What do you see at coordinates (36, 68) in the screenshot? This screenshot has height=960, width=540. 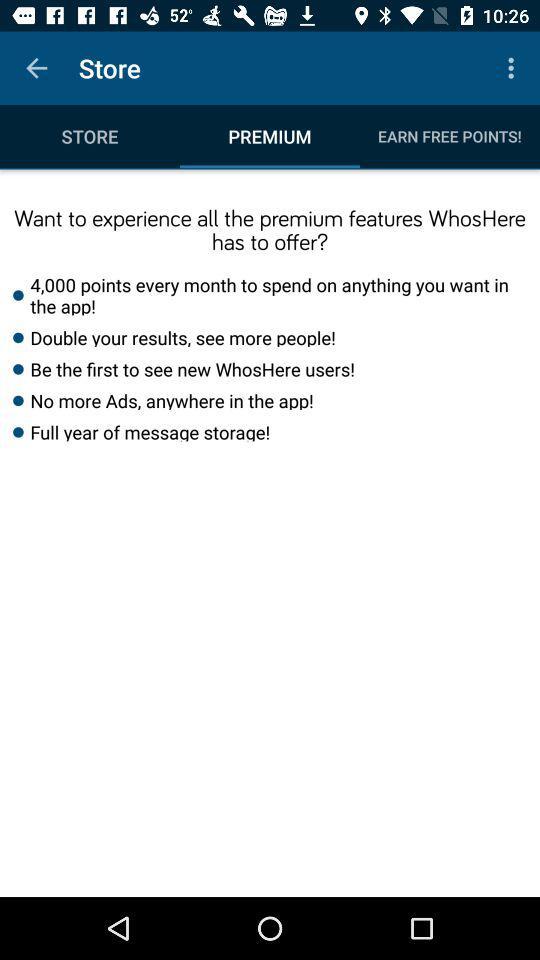 I see `item next to the store` at bounding box center [36, 68].